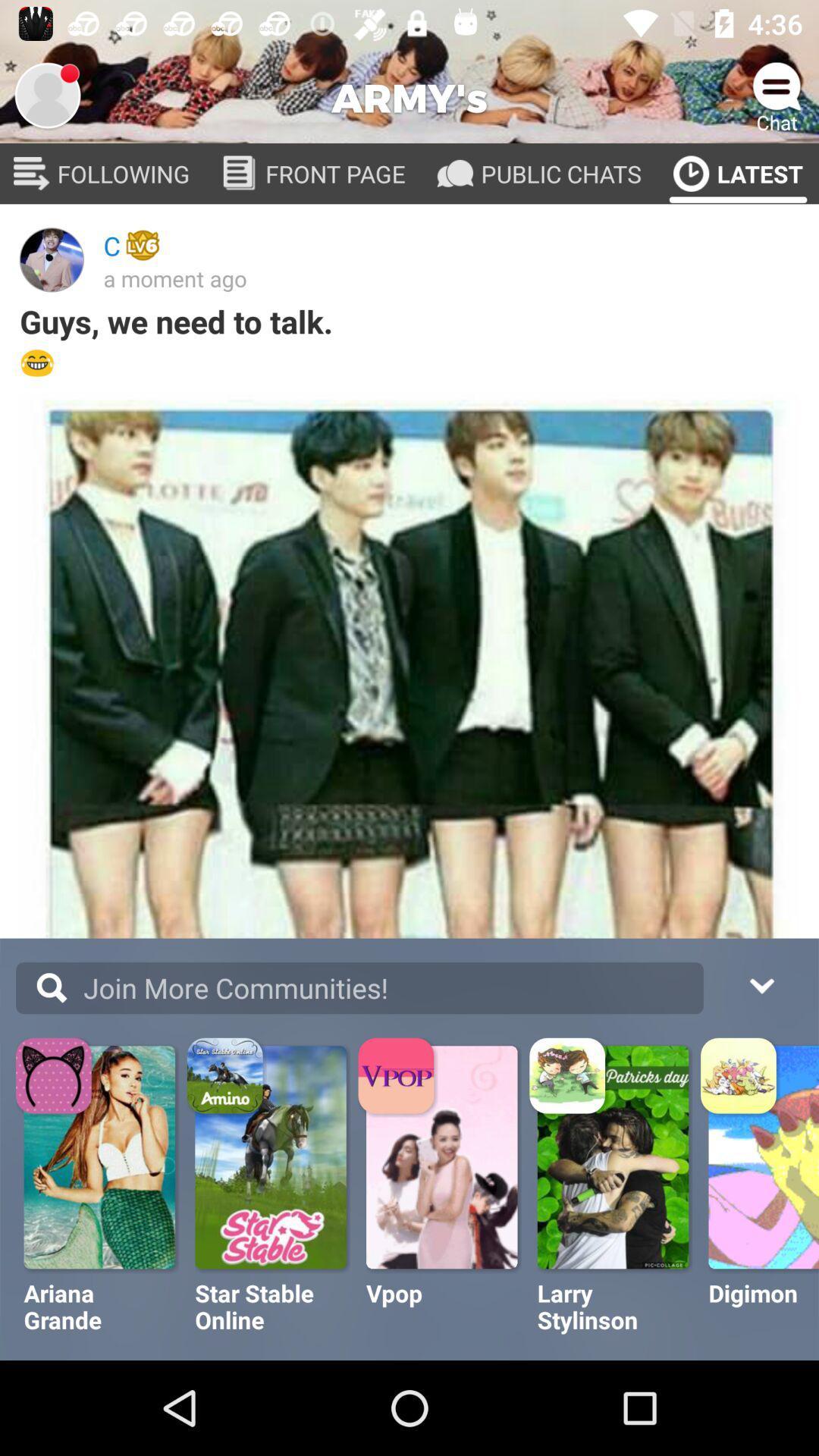 The image size is (819, 1456). Describe the element at coordinates (397, 1077) in the screenshot. I see `the vpop icon` at that location.